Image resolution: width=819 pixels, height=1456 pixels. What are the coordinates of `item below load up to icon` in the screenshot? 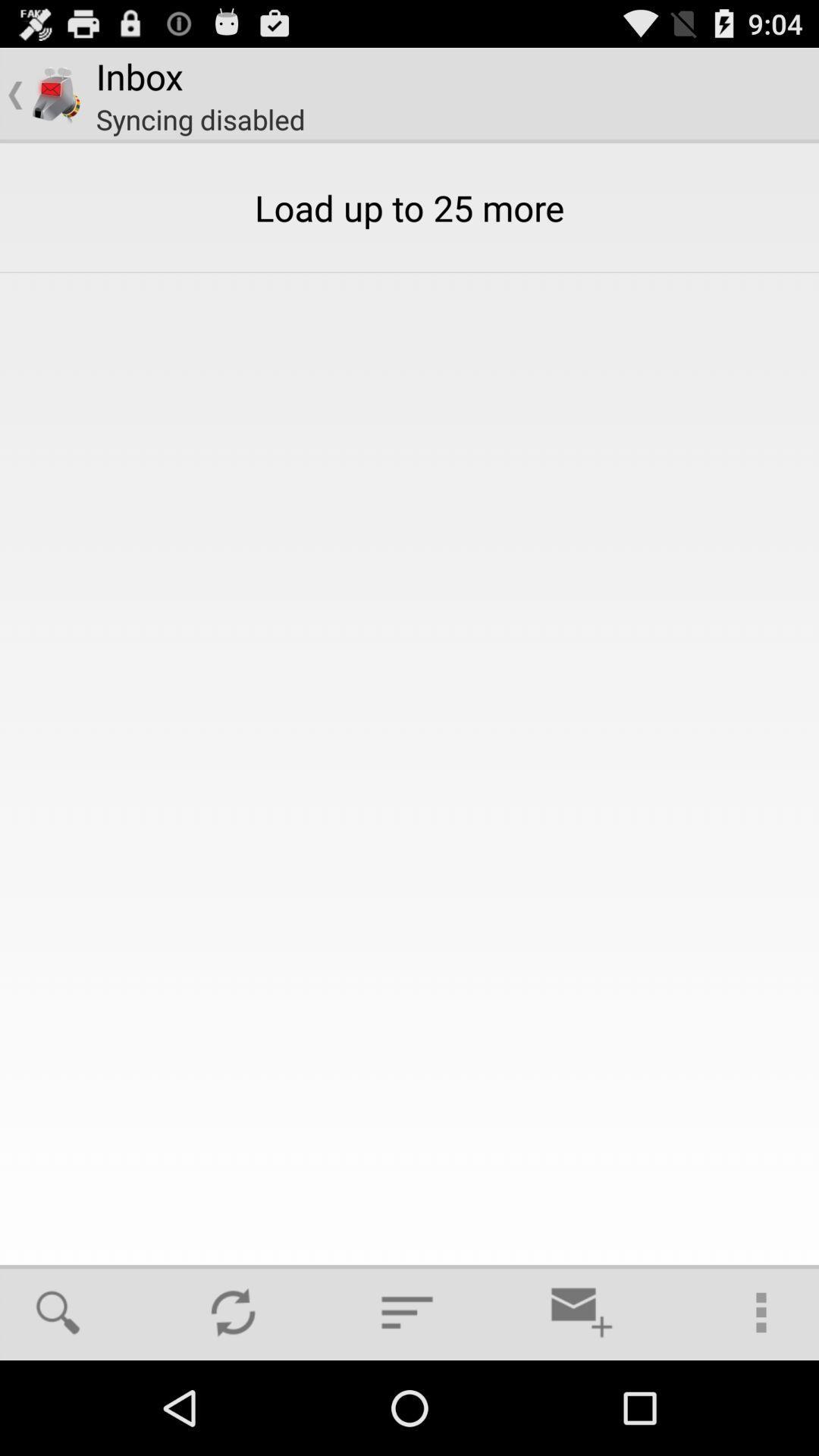 It's located at (233, 1312).